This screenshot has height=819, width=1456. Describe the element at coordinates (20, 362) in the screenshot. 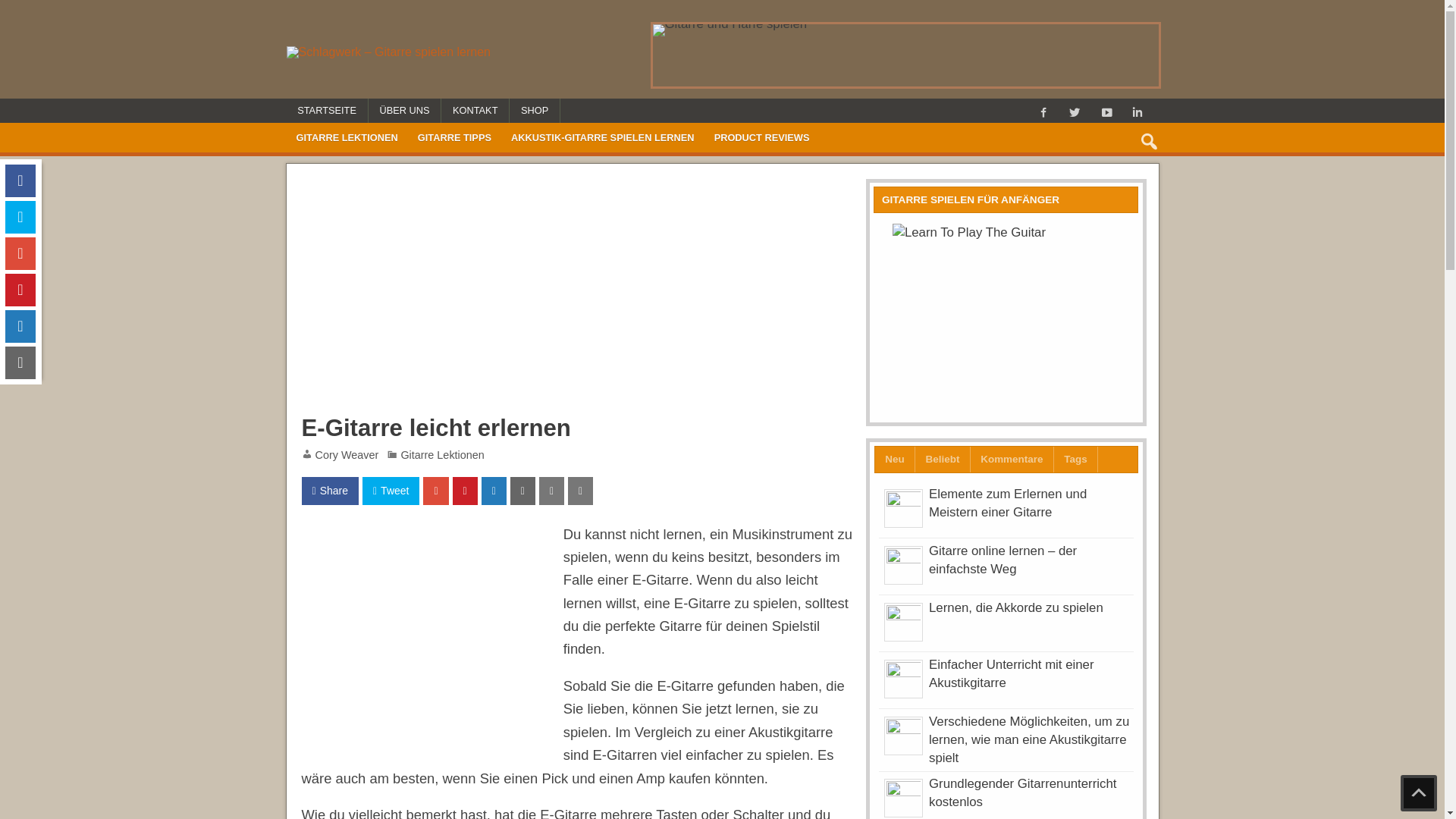

I see `'Send email this article'` at that location.